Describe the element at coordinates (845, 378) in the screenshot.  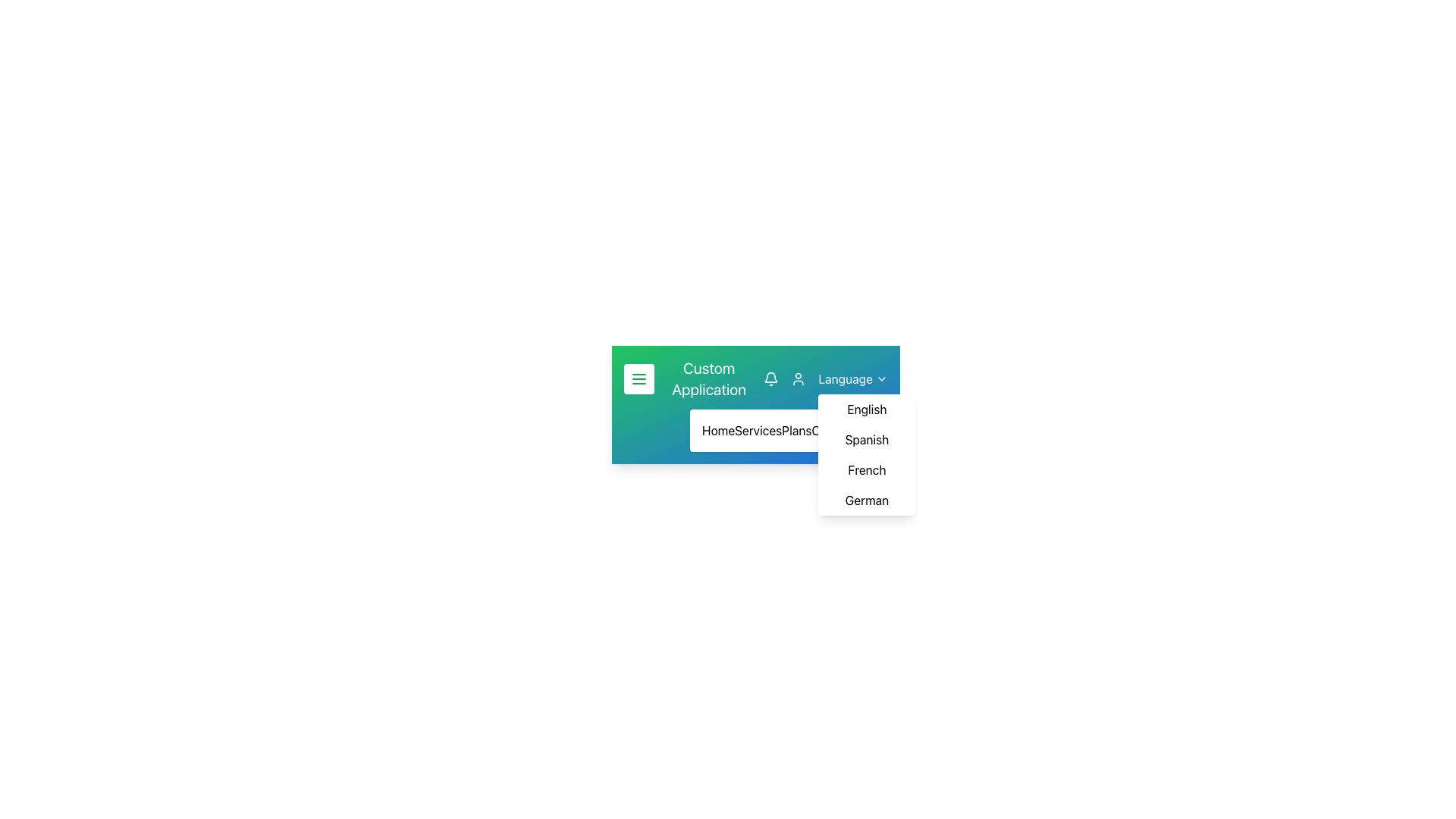
I see `language preference label located in the header section of the interface, positioned to the left of the dropdown control with a Chevron icon` at that location.